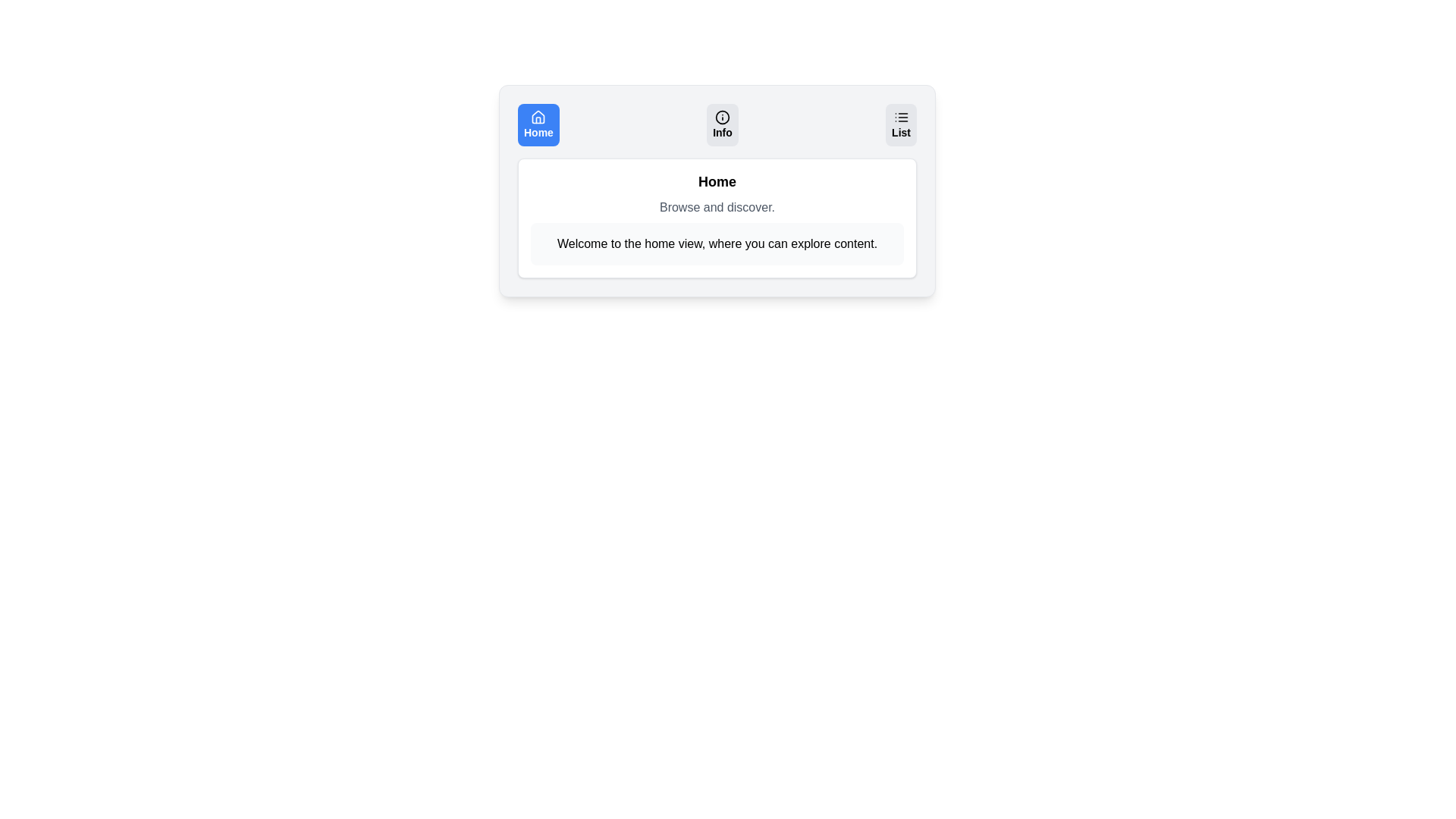  What do you see at coordinates (722, 124) in the screenshot?
I see `the Info tab` at bounding box center [722, 124].